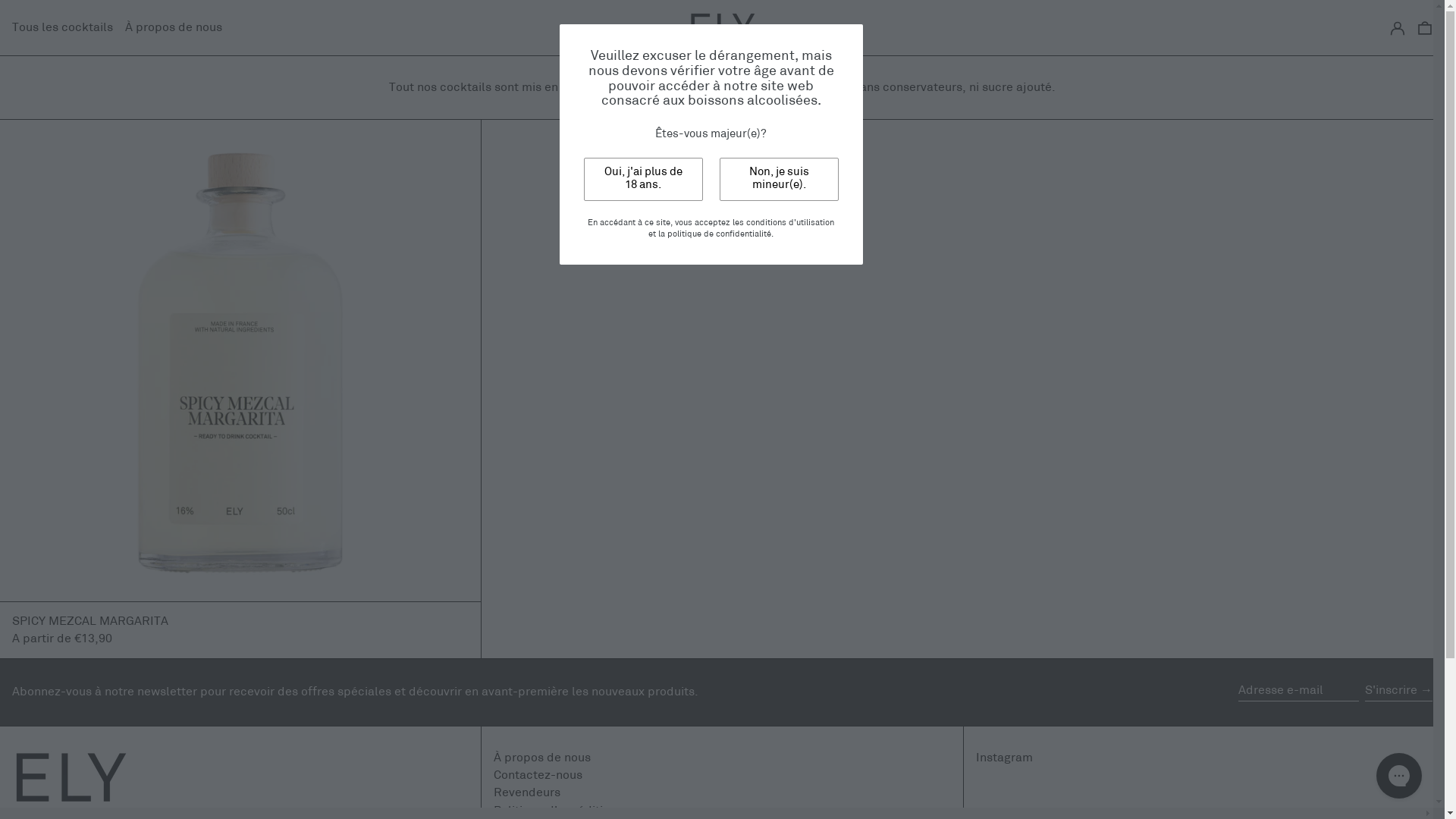  Describe the element at coordinates (61, 27) in the screenshot. I see `'Tous les cocktails'` at that location.